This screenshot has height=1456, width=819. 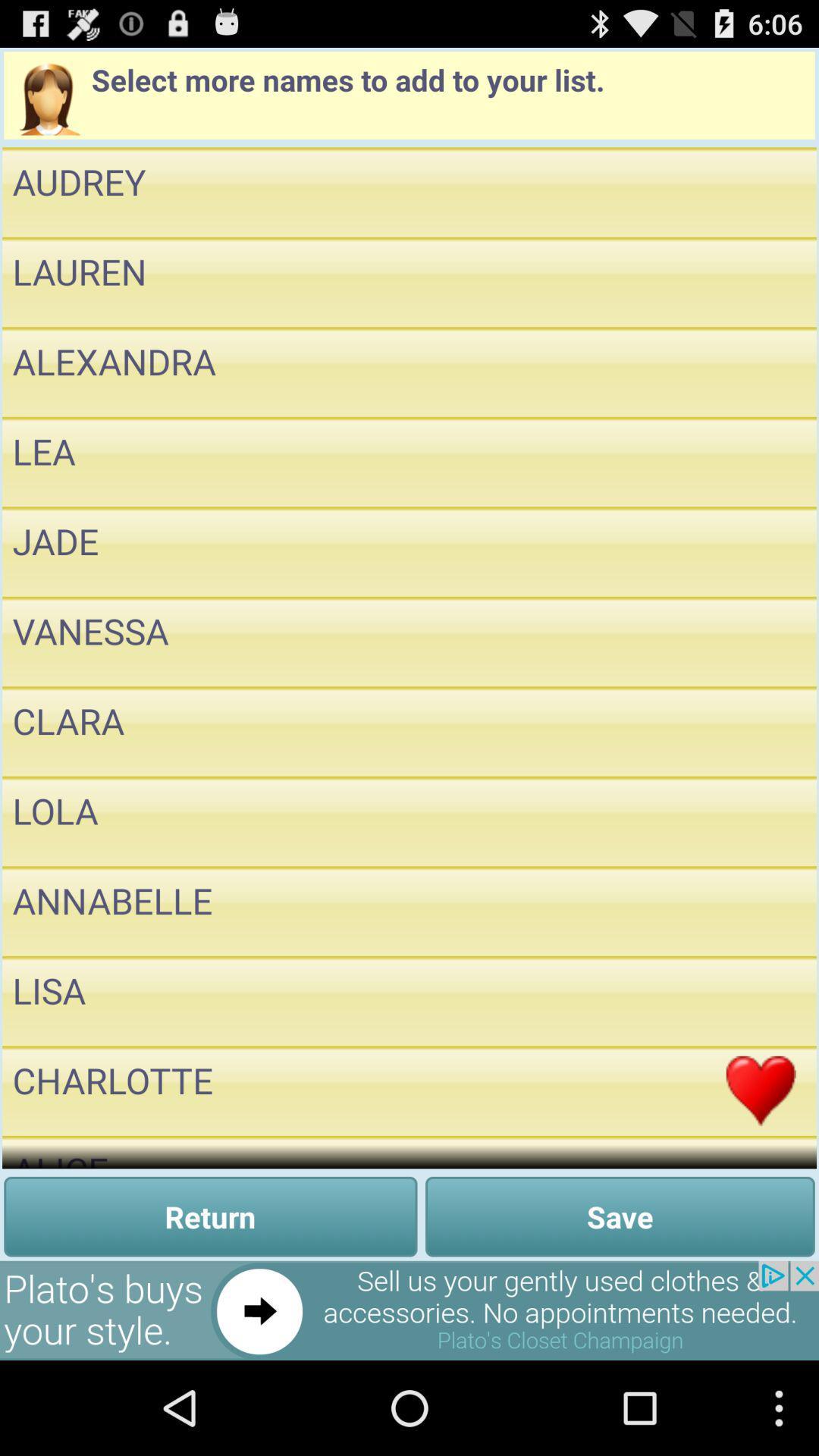 I want to click on if you click here it would add lea to the list, so click(x=761, y=461).